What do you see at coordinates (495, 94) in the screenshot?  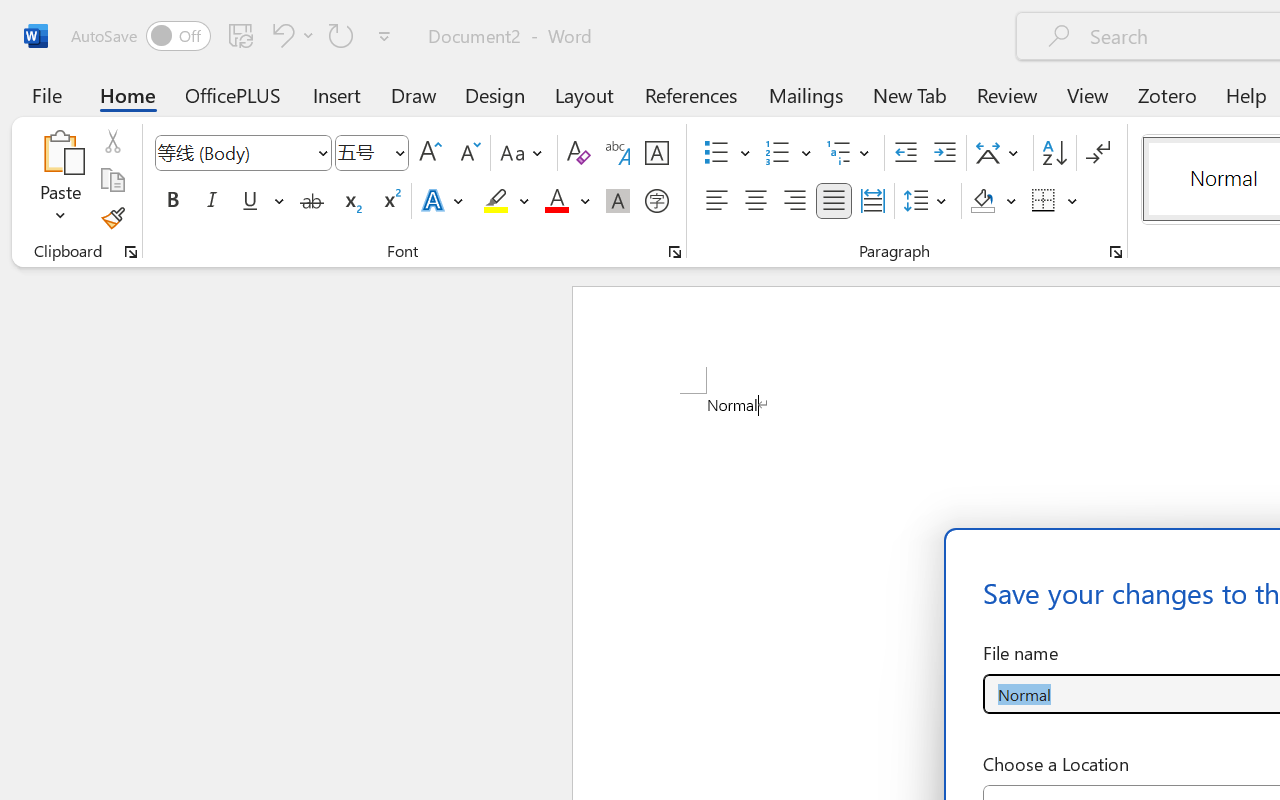 I see `'Design'` at bounding box center [495, 94].